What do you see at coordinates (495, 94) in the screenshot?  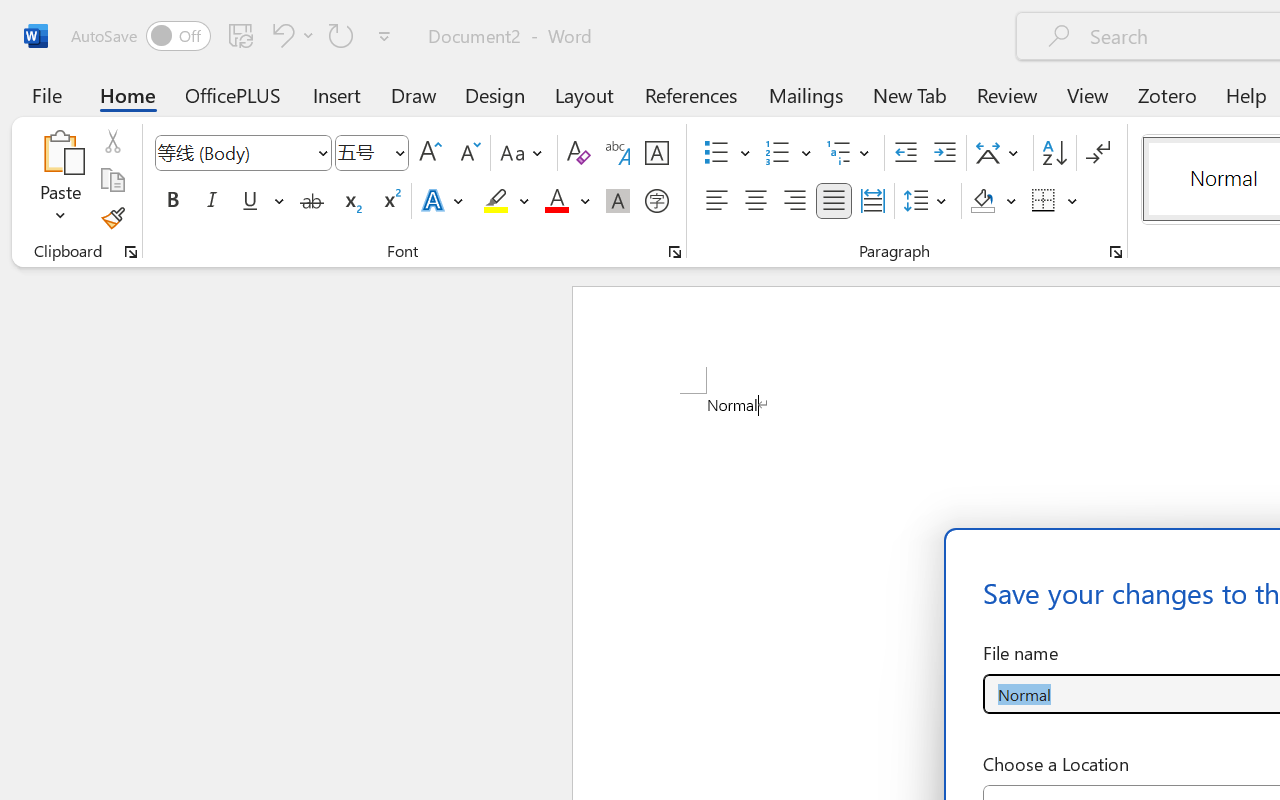 I see `'Design'` at bounding box center [495, 94].